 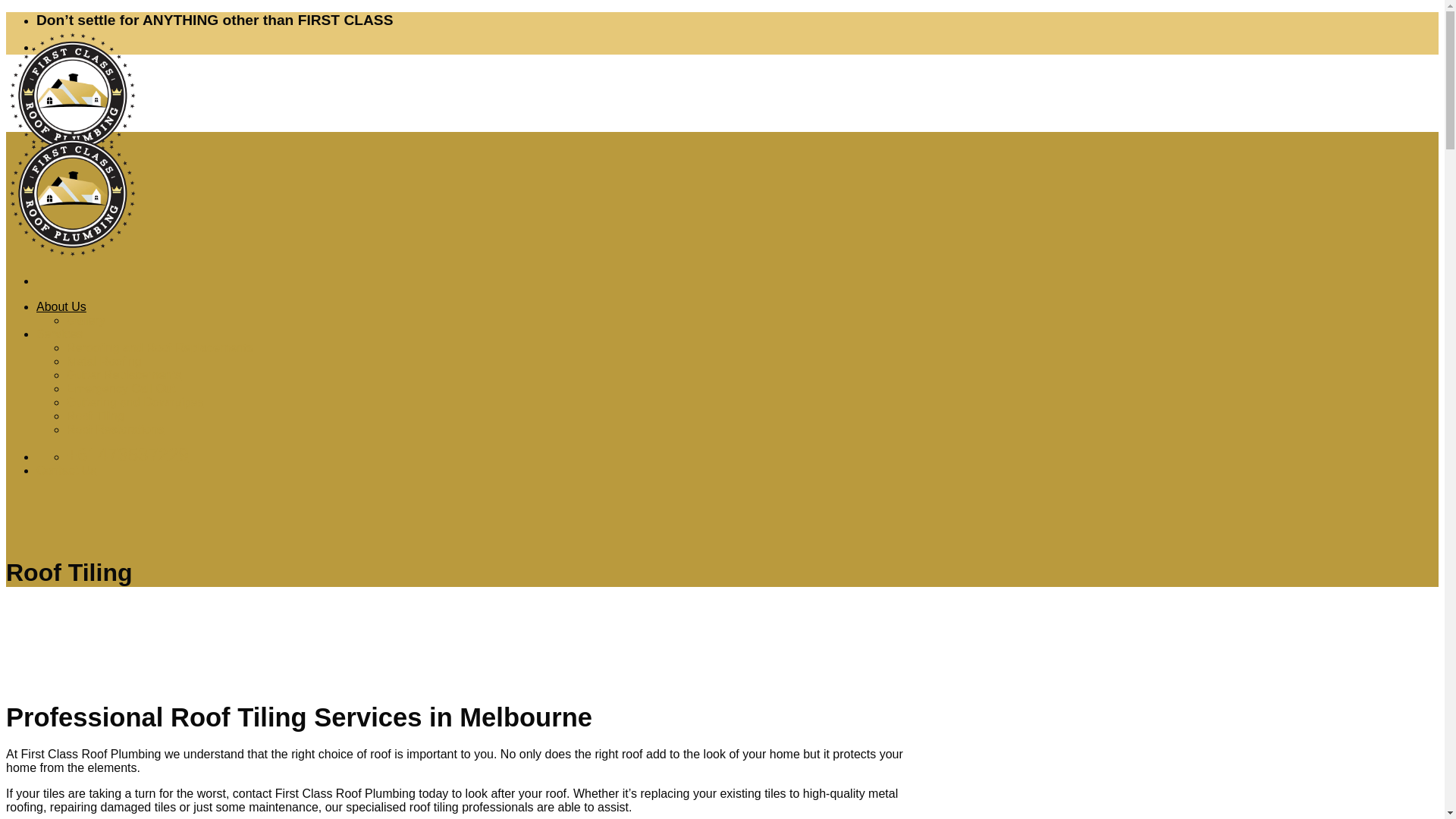 What do you see at coordinates (61, 306) in the screenshot?
I see `'About Us'` at bounding box center [61, 306].